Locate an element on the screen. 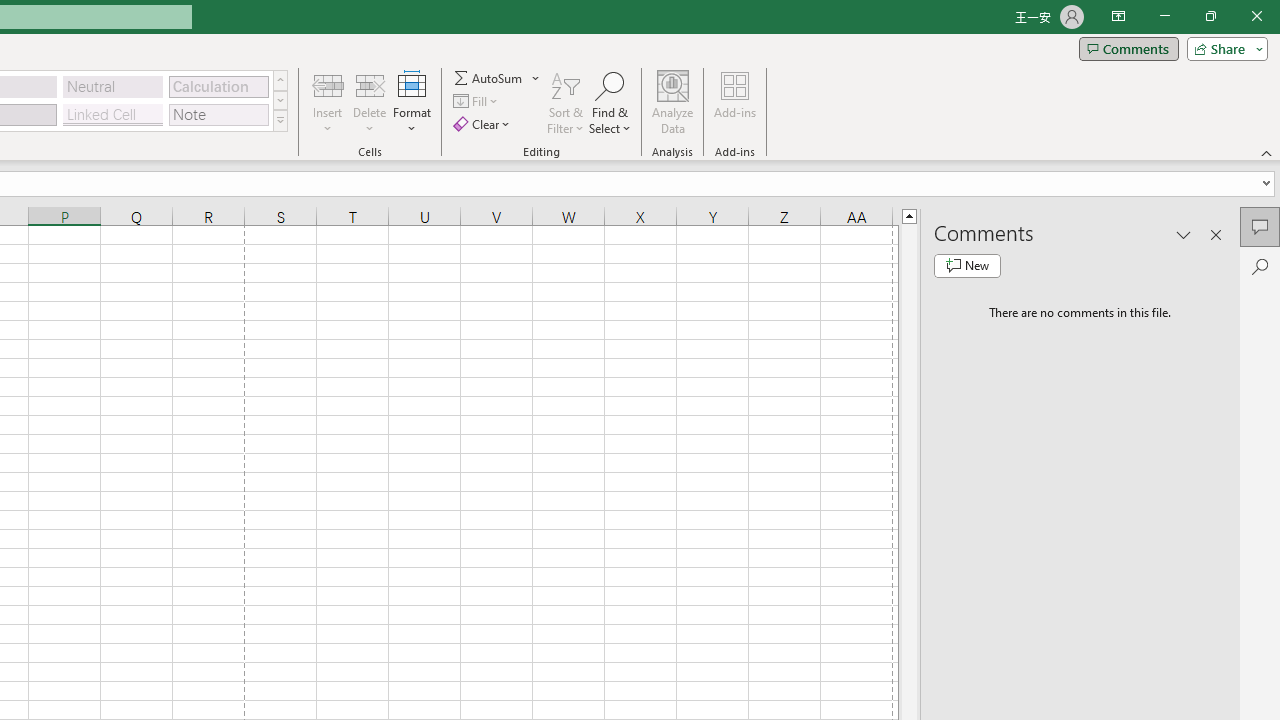  'Row Down' is located at coordinates (279, 100).